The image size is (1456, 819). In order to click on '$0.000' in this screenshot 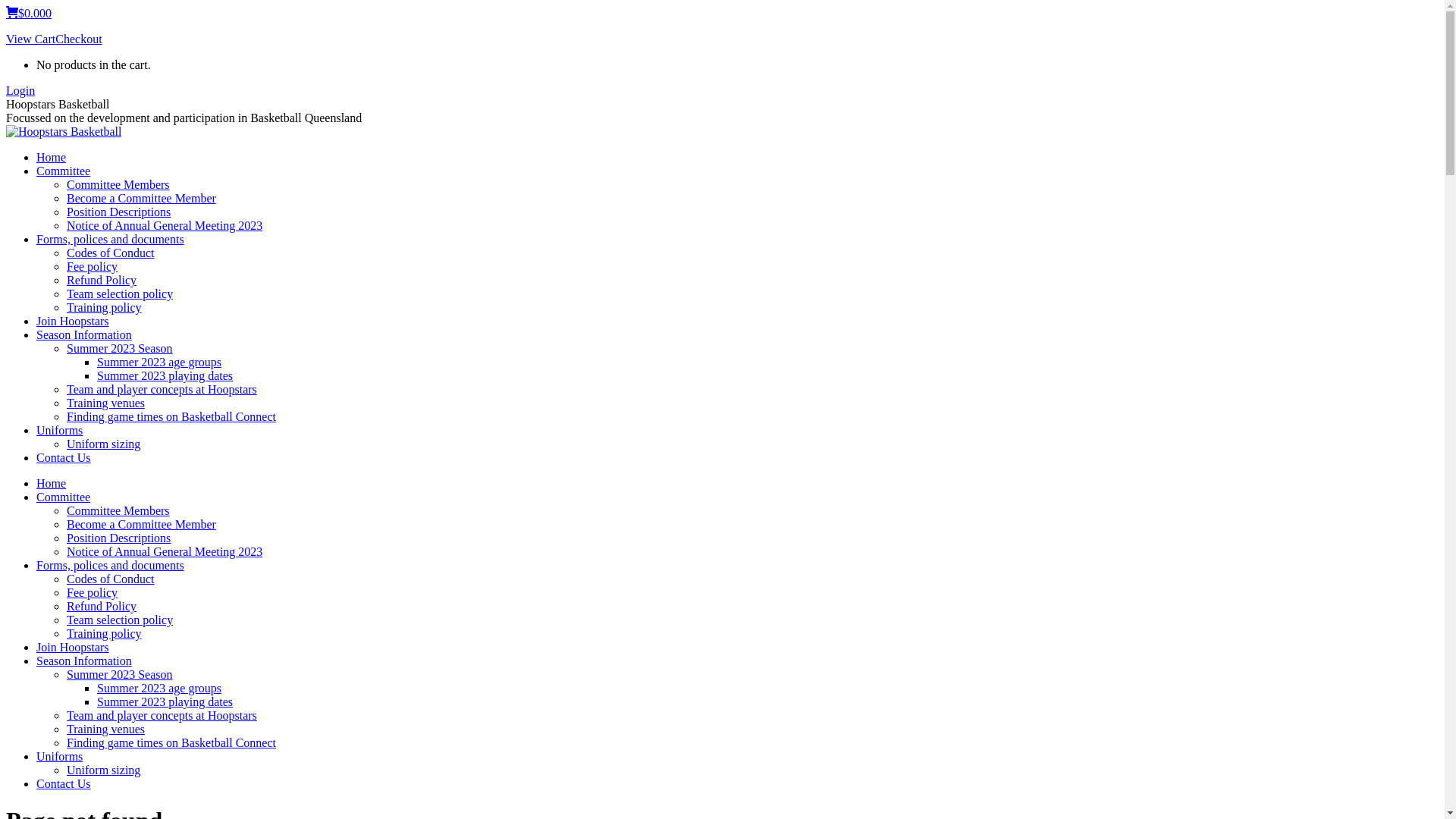, I will do `click(29, 13)`.